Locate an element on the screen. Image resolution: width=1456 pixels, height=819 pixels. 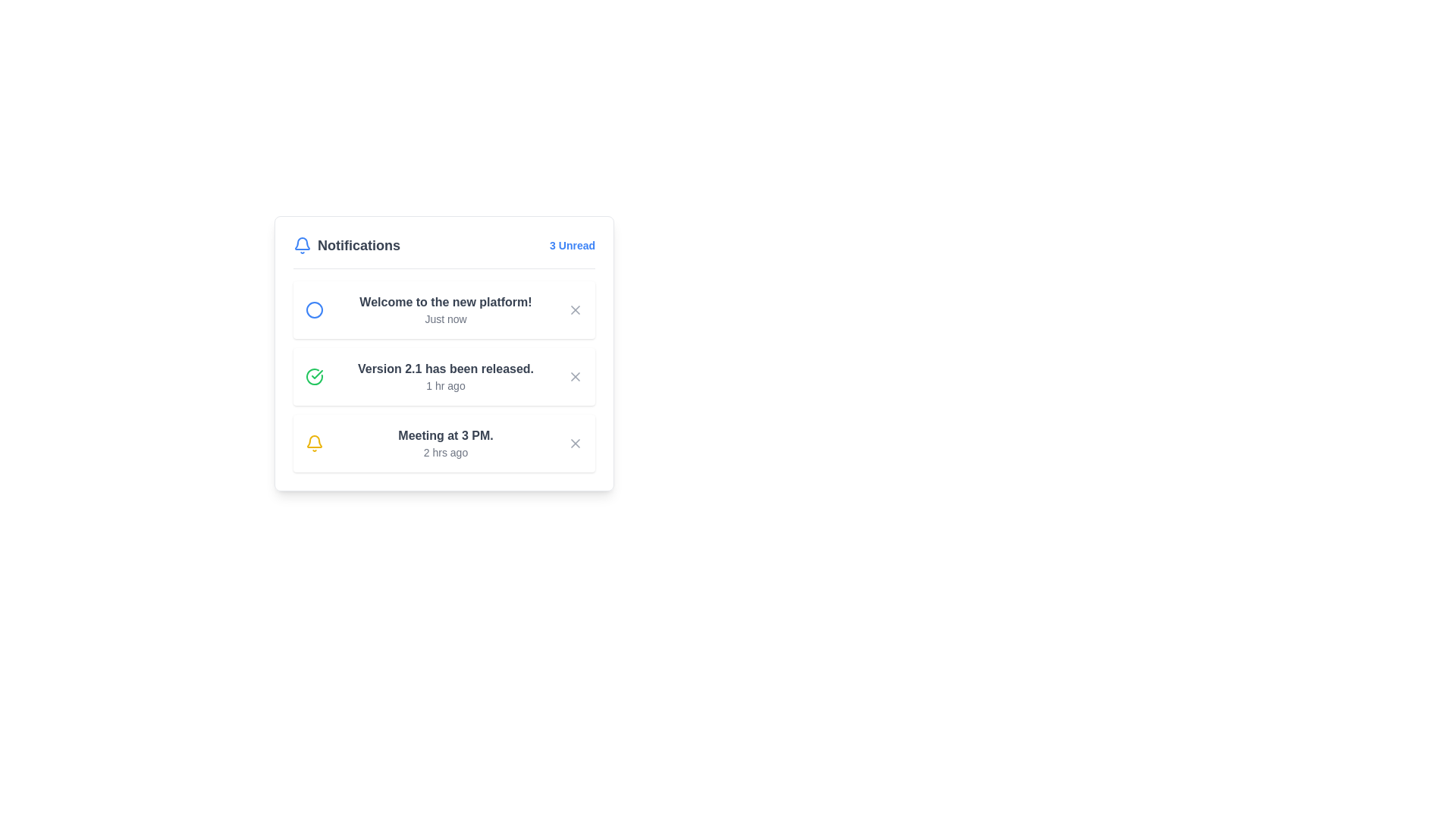
the close button located at the top-right corner of the notification card containing the text 'Welcome to the new platform!' and 'Just now' is located at coordinates (574, 309).